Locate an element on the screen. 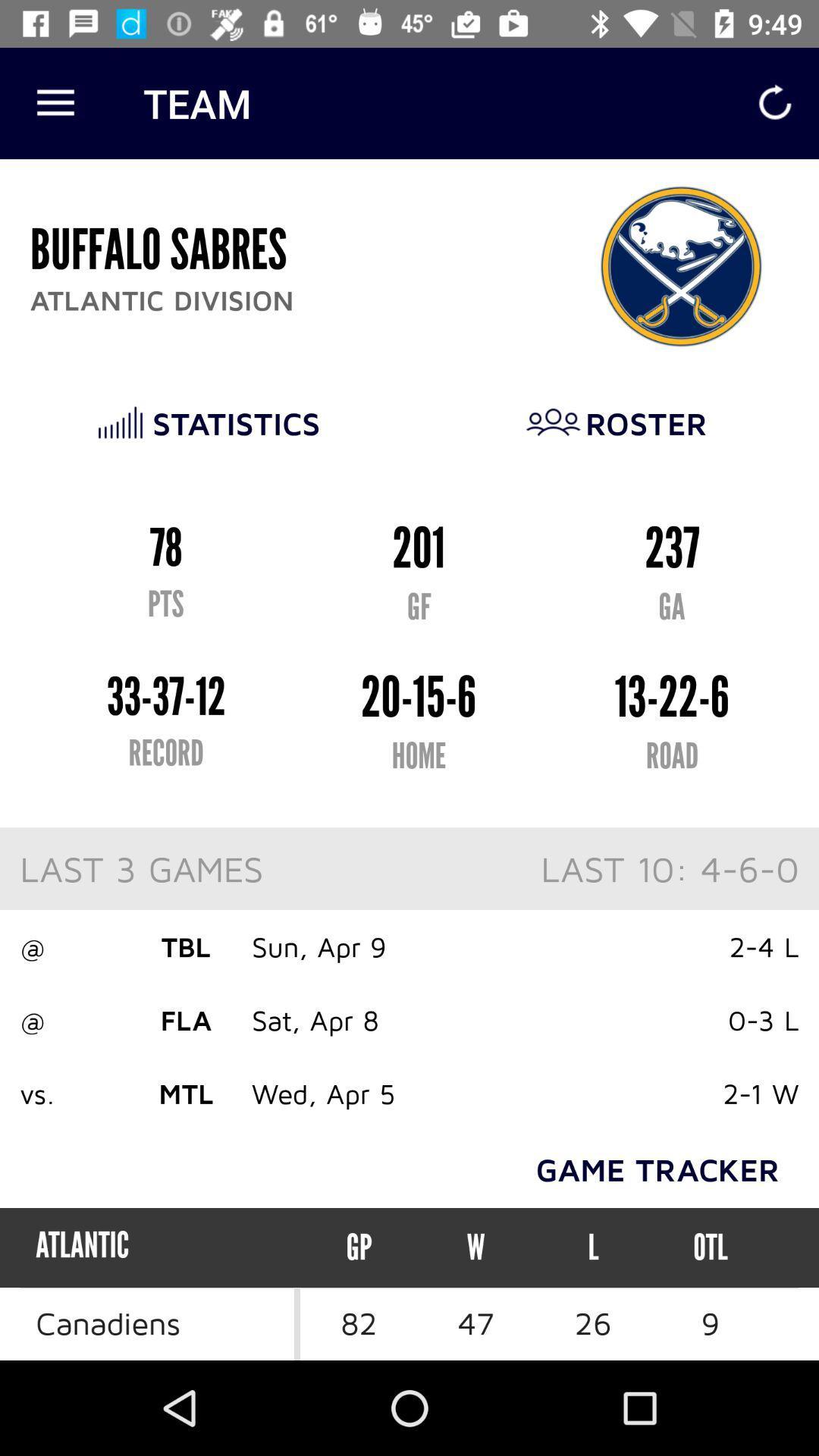 The image size is (819, 1456). the otl icon is located at coordinates (710, 1247).